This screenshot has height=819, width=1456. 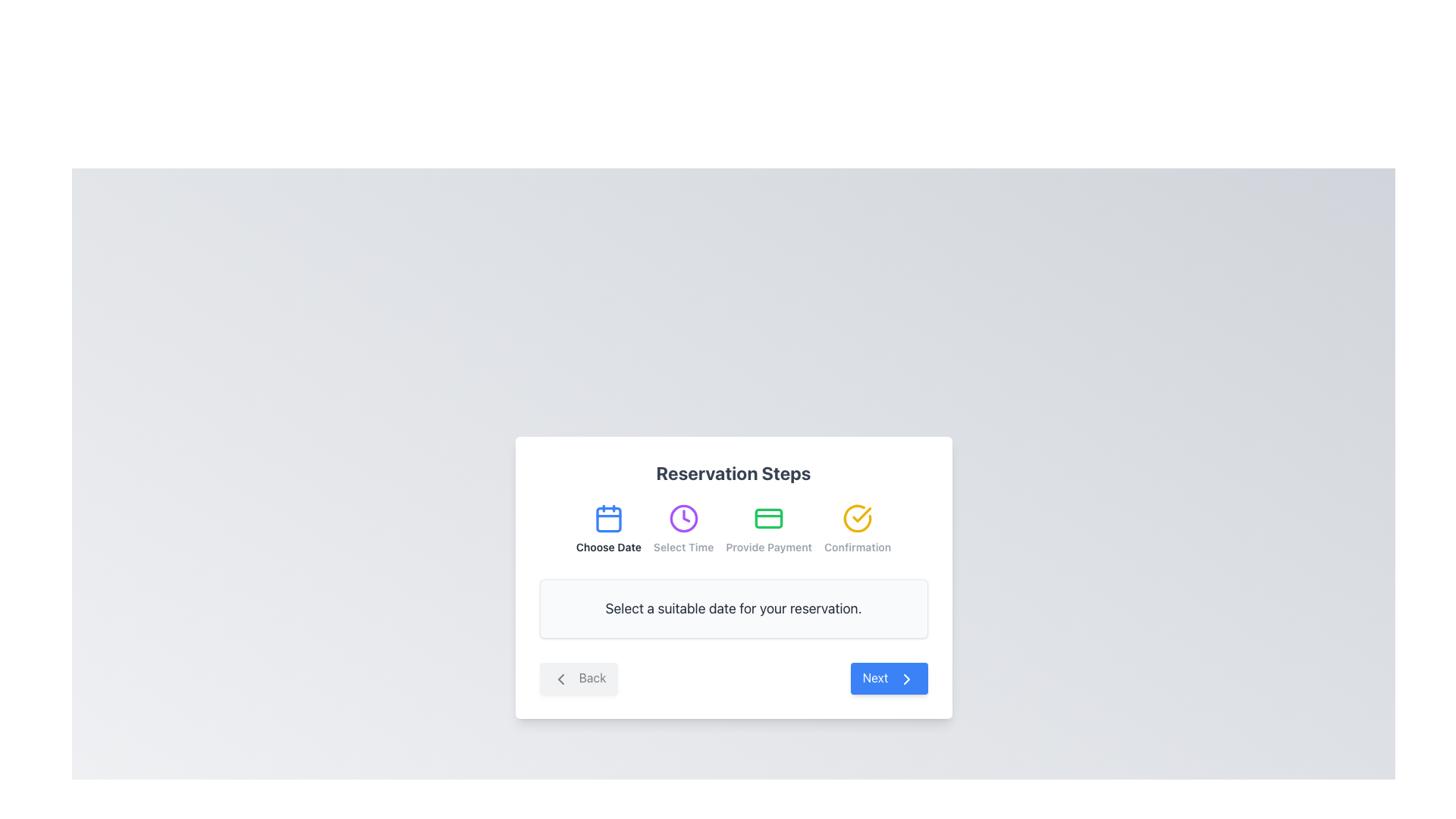 What do you see at coordinates (769, 548) in the screenshot?
I see `the label indicating the third step in the reservation process for payment information, which is centered in the step section` at bounding box center [769, 548].